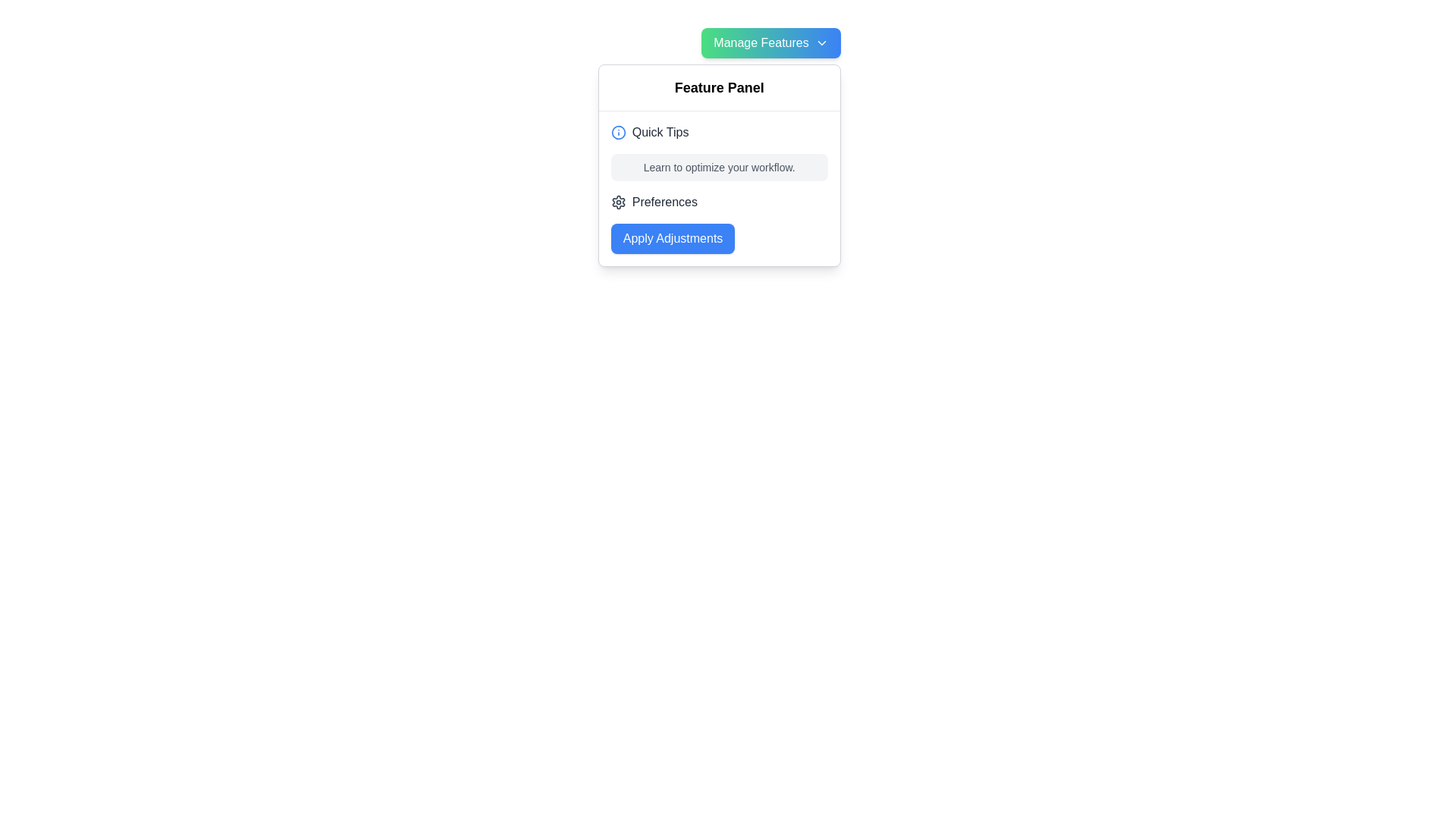  I want to click on the settings icon located to the left of the 'Preferences' text within the 'Feature Panel', so click(618, 201).